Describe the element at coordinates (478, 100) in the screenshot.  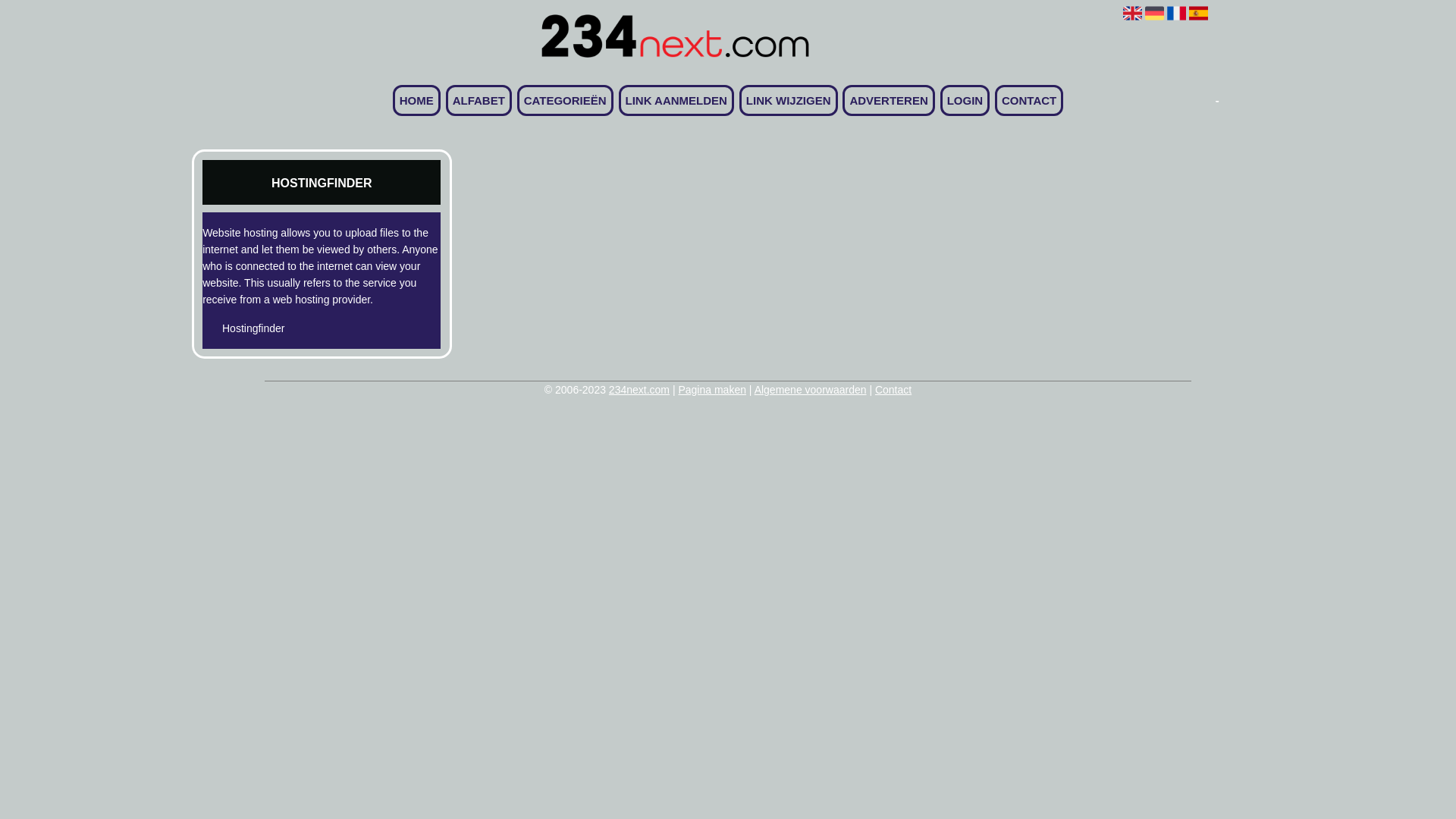
I see `'ALFABET'` at that location.